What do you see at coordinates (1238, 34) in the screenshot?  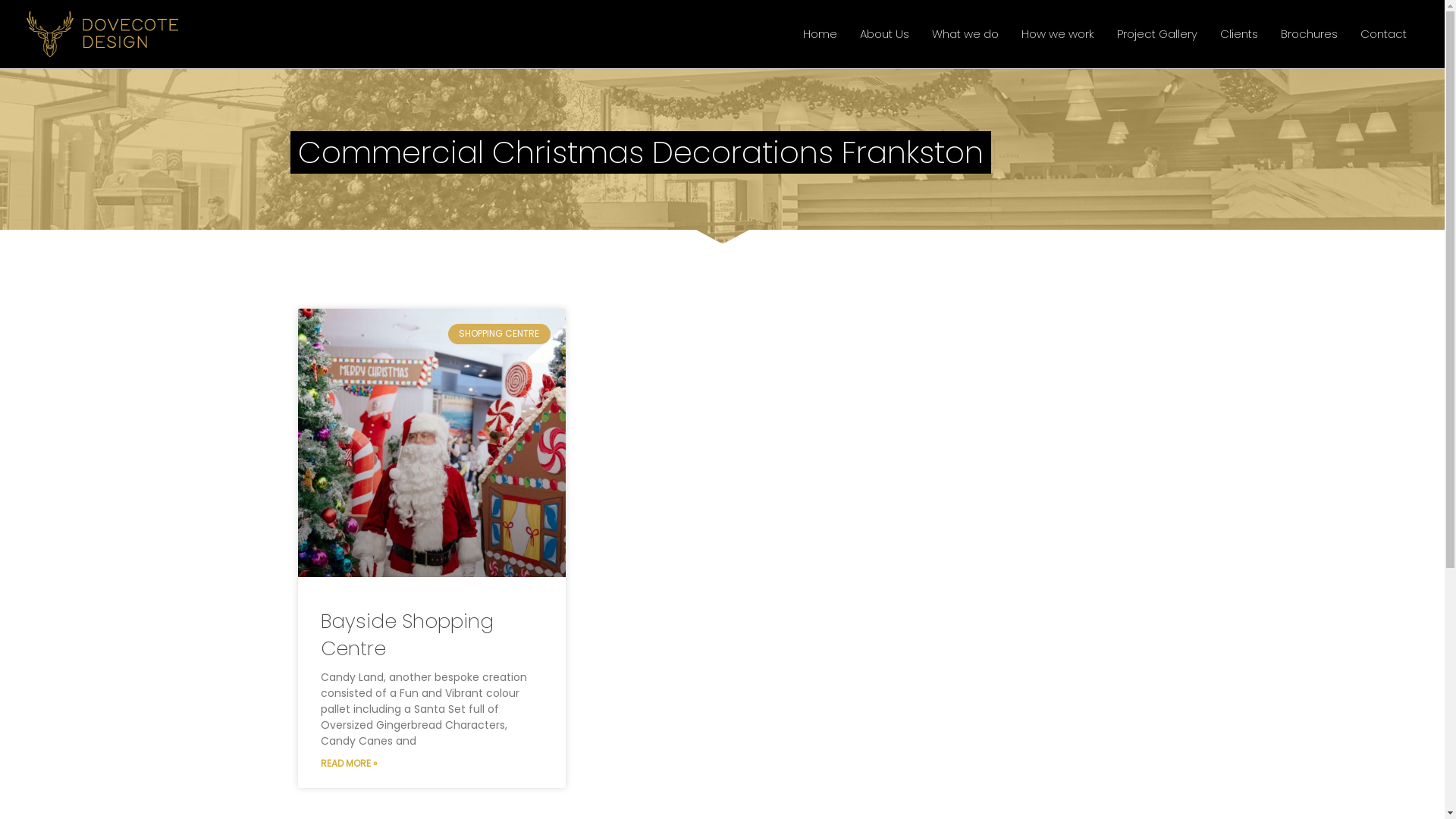 I see `'Clients'` at bounding box center [1238, 34].